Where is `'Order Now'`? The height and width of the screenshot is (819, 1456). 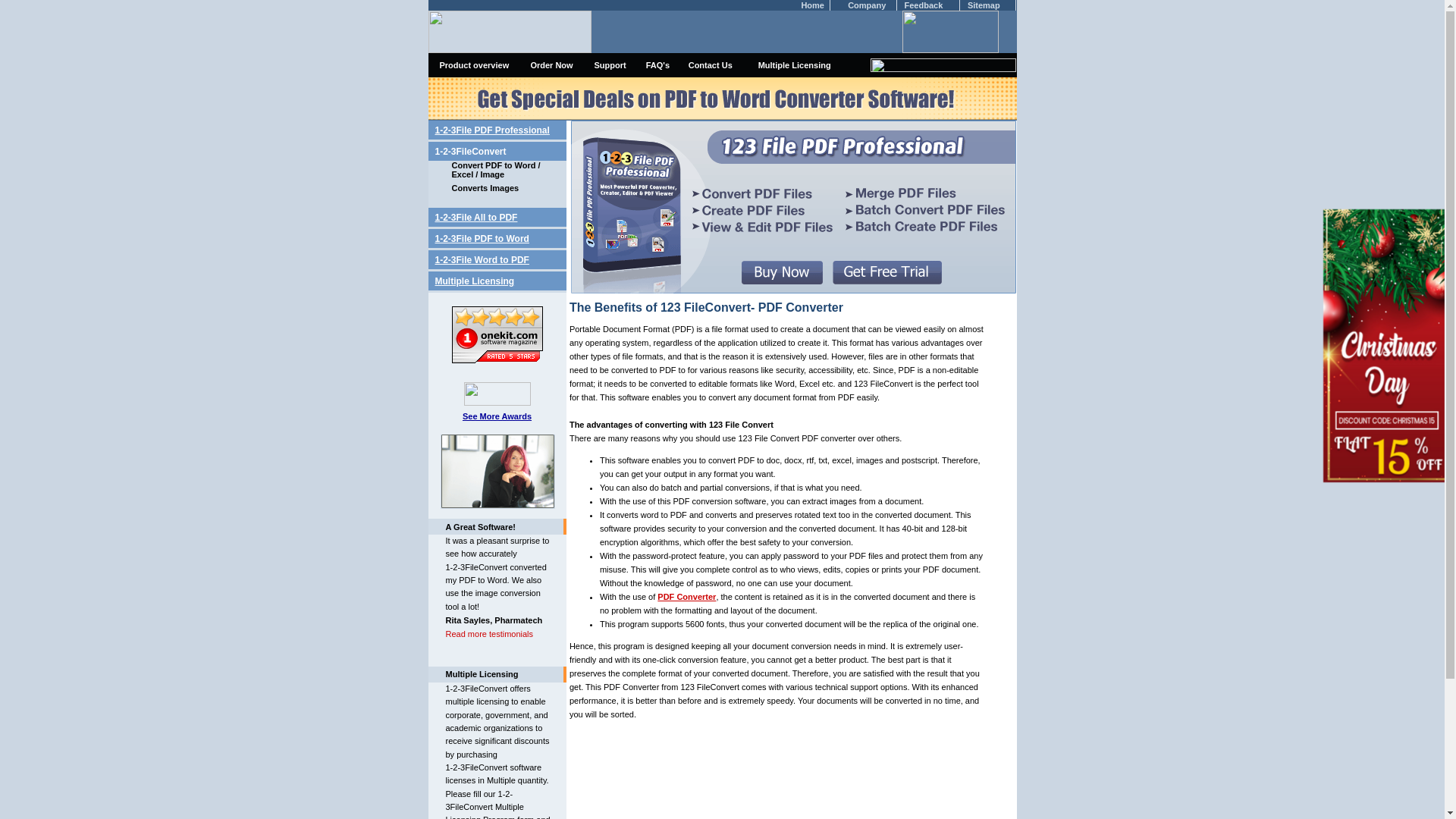
'Order Now' is located at coordinates (550, 64).